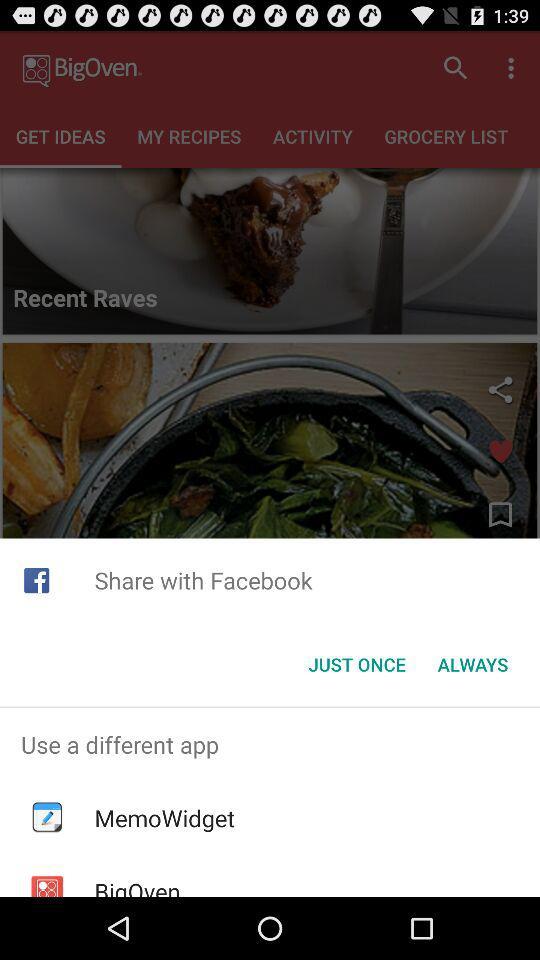 Image resolution: width=540 pixels, height=960 pixels. What do you see at coordinates (356, 664) in the screenshot?
I see `the icon to the left of always` at bounding box center [356, 664].